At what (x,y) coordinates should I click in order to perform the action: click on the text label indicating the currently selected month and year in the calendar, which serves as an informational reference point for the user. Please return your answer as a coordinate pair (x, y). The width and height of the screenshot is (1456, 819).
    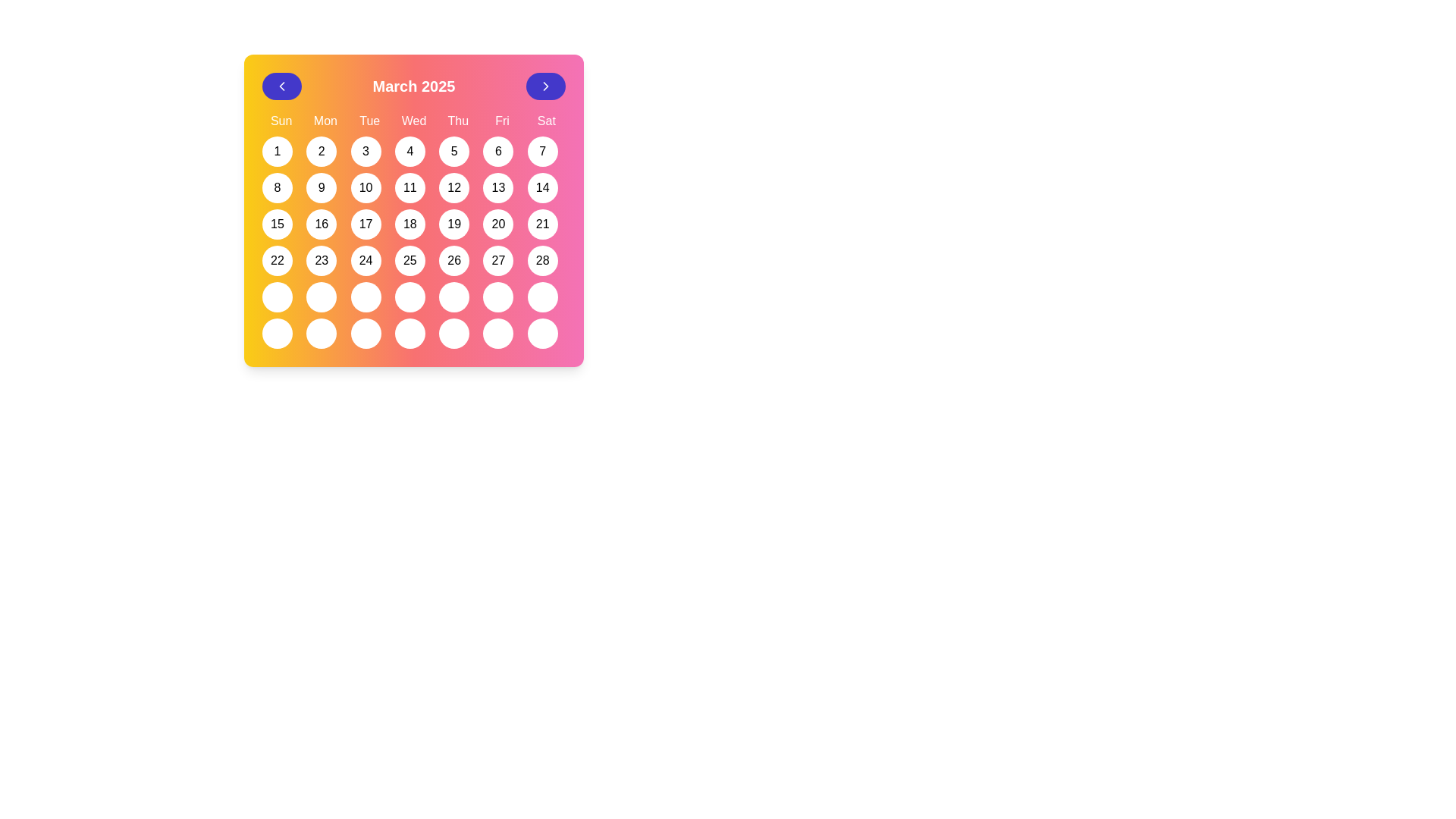
    Looking at the image, I should click on (414, 86).